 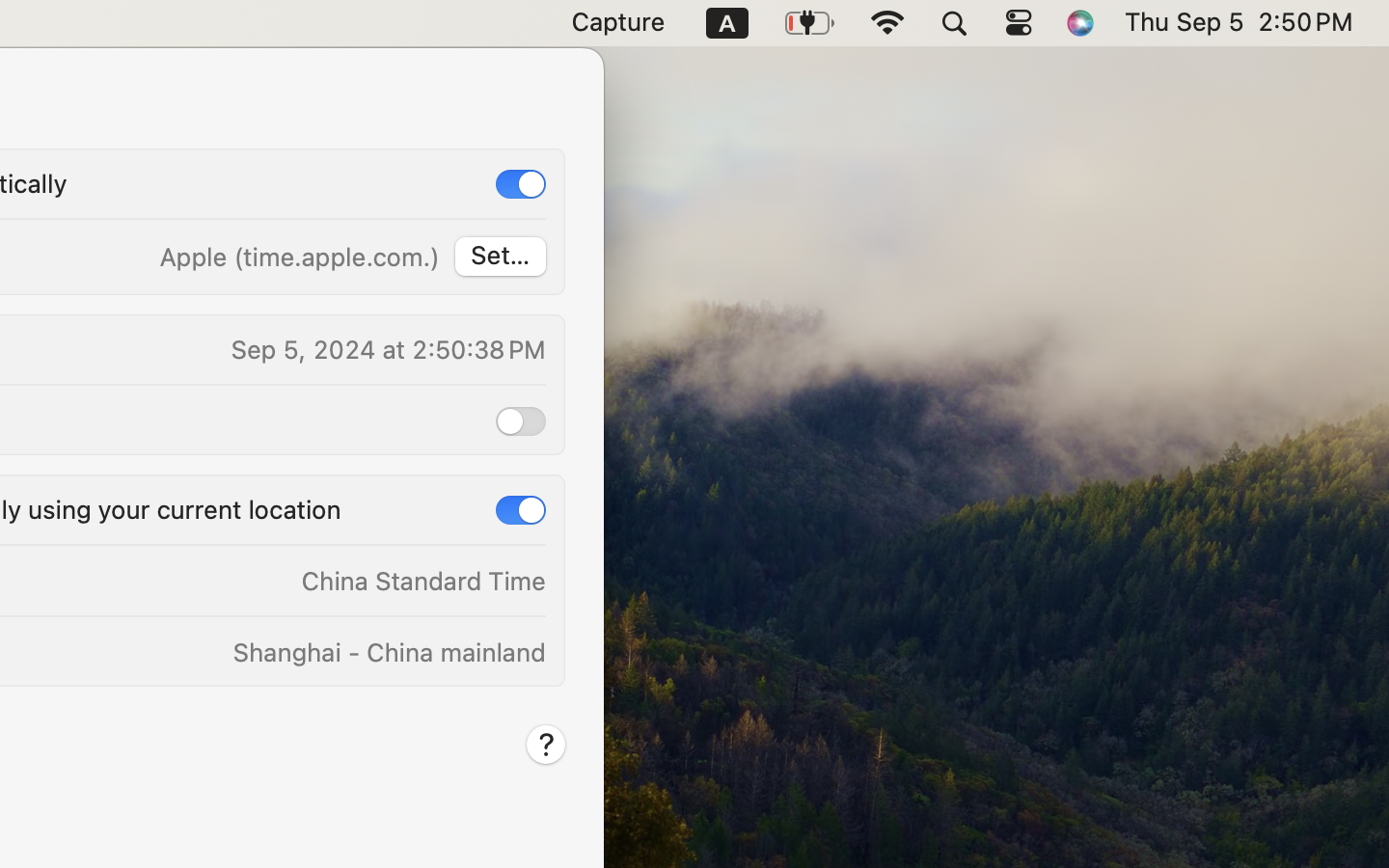 What do you see at coordinates (298, 256) in the screenshot?
I see `'Apple (time.apple.com.)'` at bounding box center [298, 256].